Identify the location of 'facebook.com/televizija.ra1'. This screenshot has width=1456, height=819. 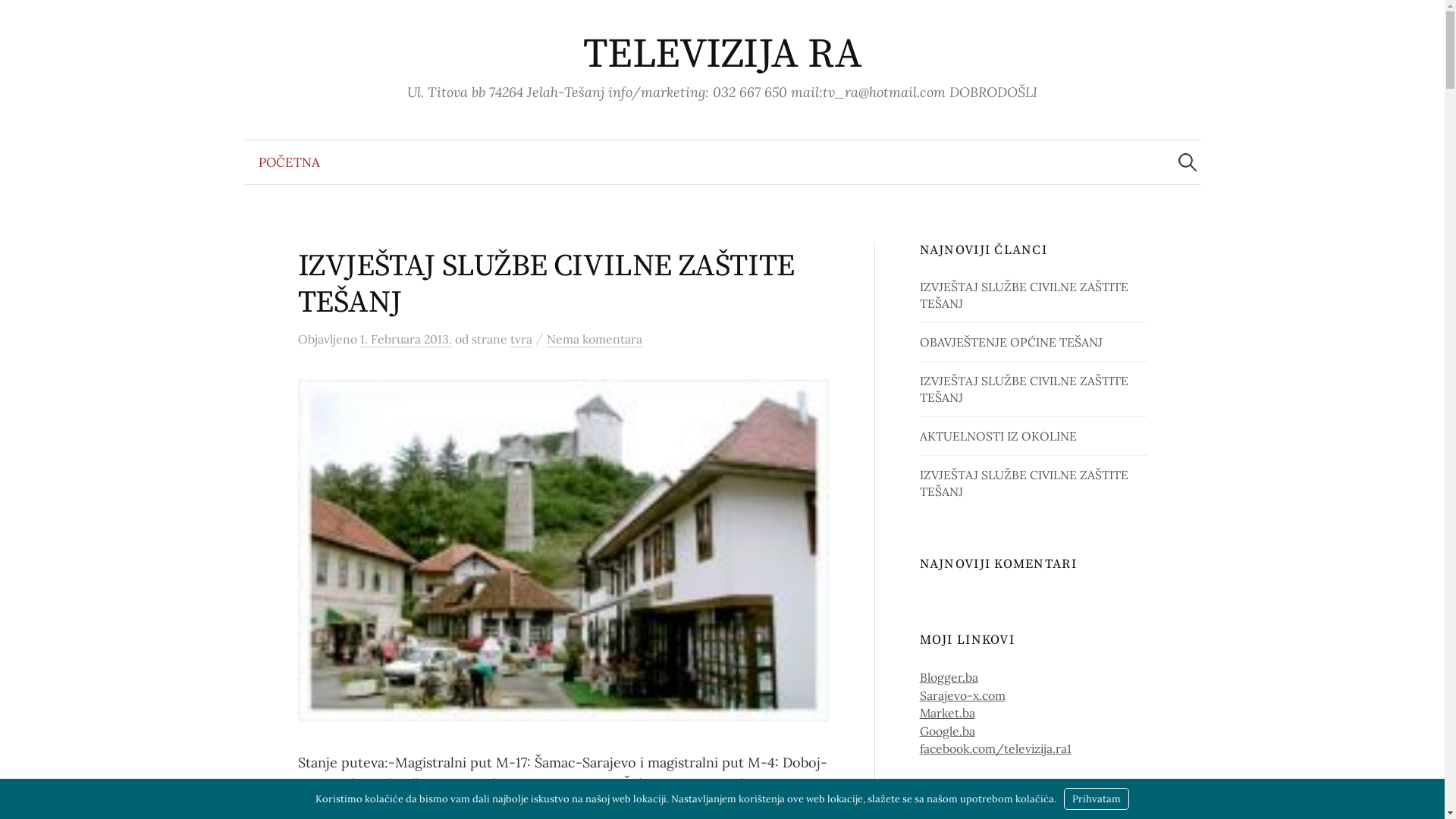
(996, 748).